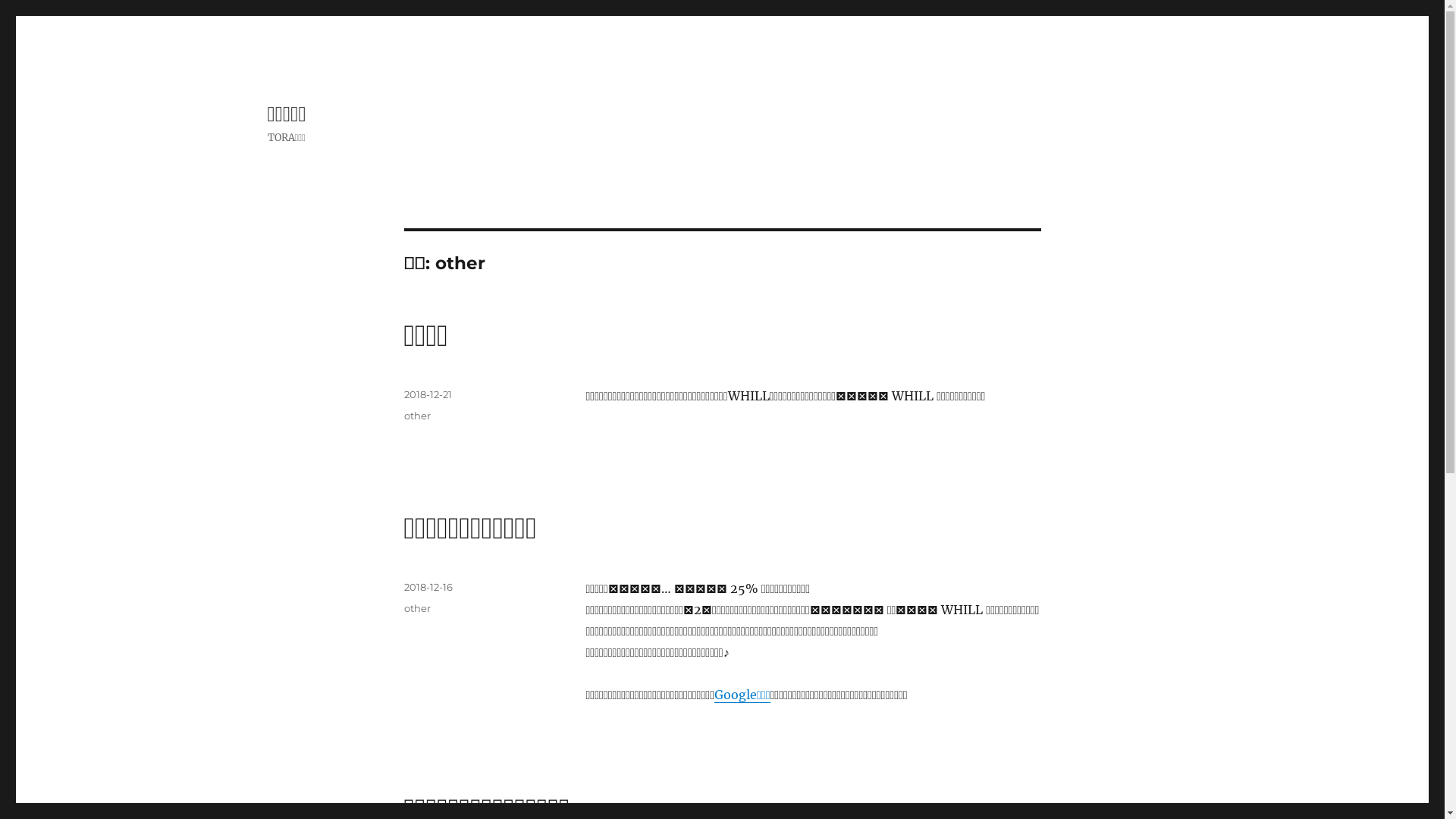 This screenshot has width=1456, height=819. What do you see at coordinates (426, 394) in the screenshot?
I see `'2018-12-21'` at bounding box center [426, 394].